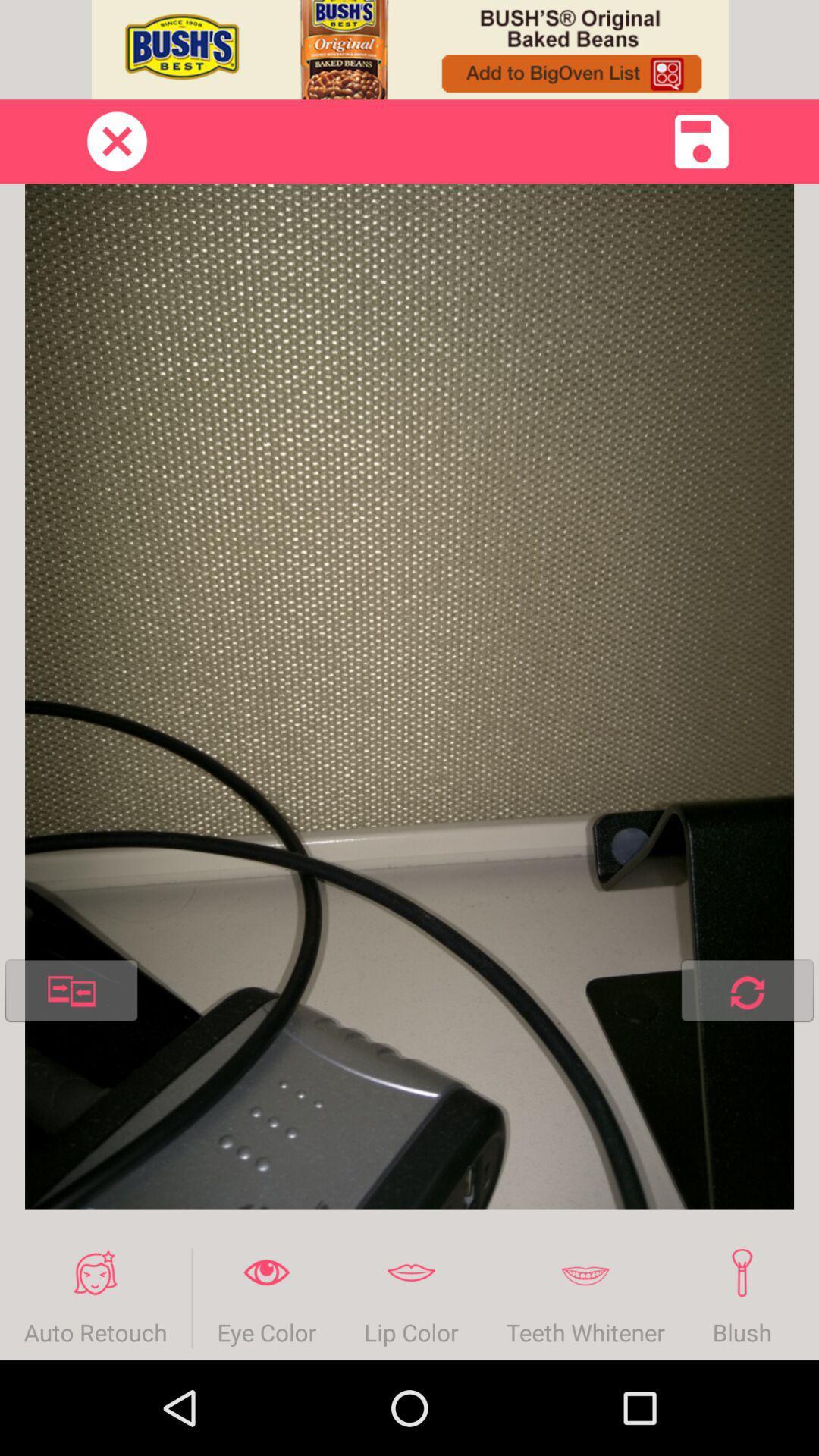 This screenshot has height=1456, width=819. I want to click on the icon next to teeth whitener icon, so click(411, 1298).